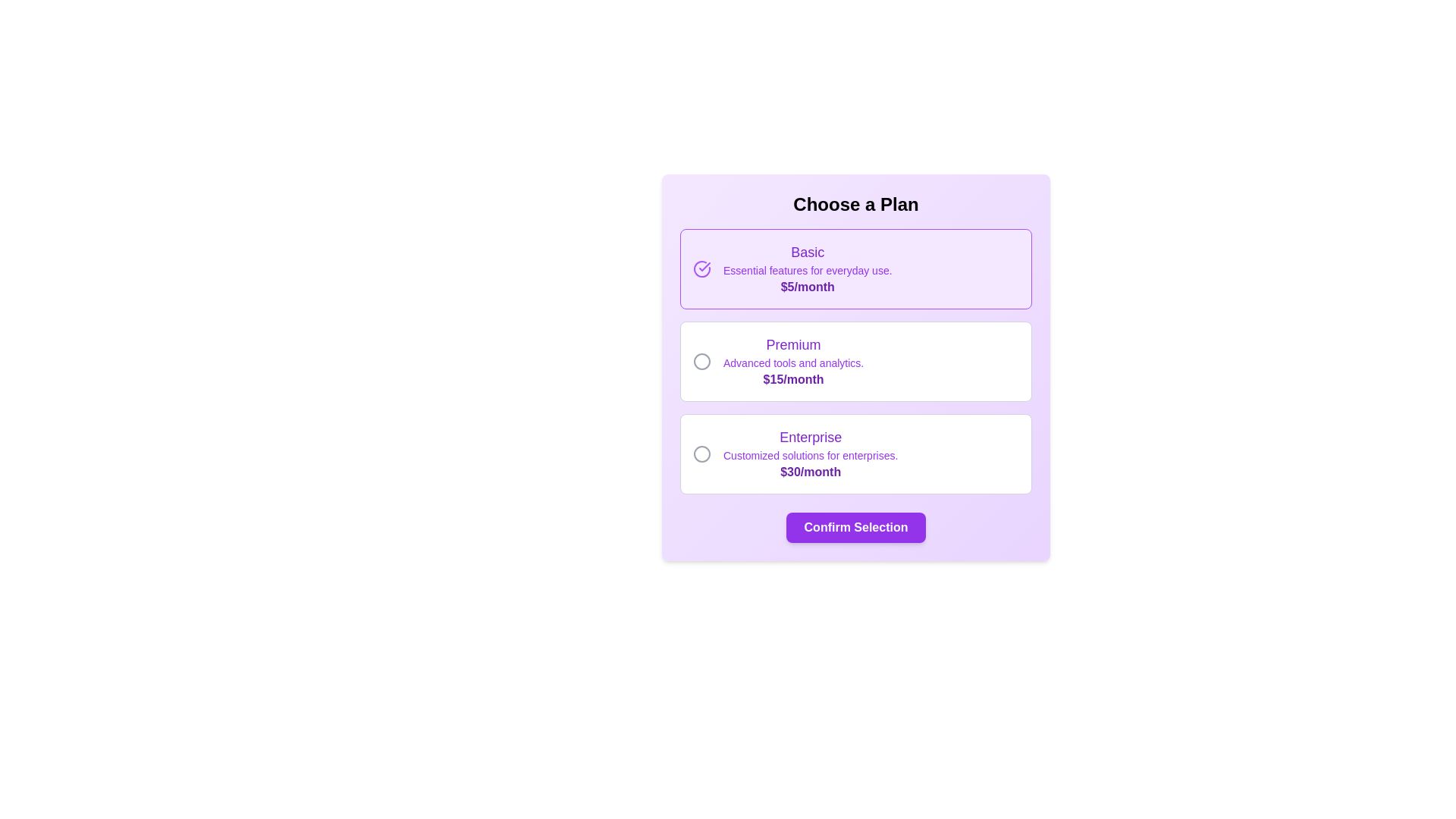 This screenshot has height=819, width=1456. I want to click on the textual label that describes the 'Enterprise' plan, located in the lower section of the 'Enterprise' plan box, directly below the 'Enterprise' title, so click(810, 455).